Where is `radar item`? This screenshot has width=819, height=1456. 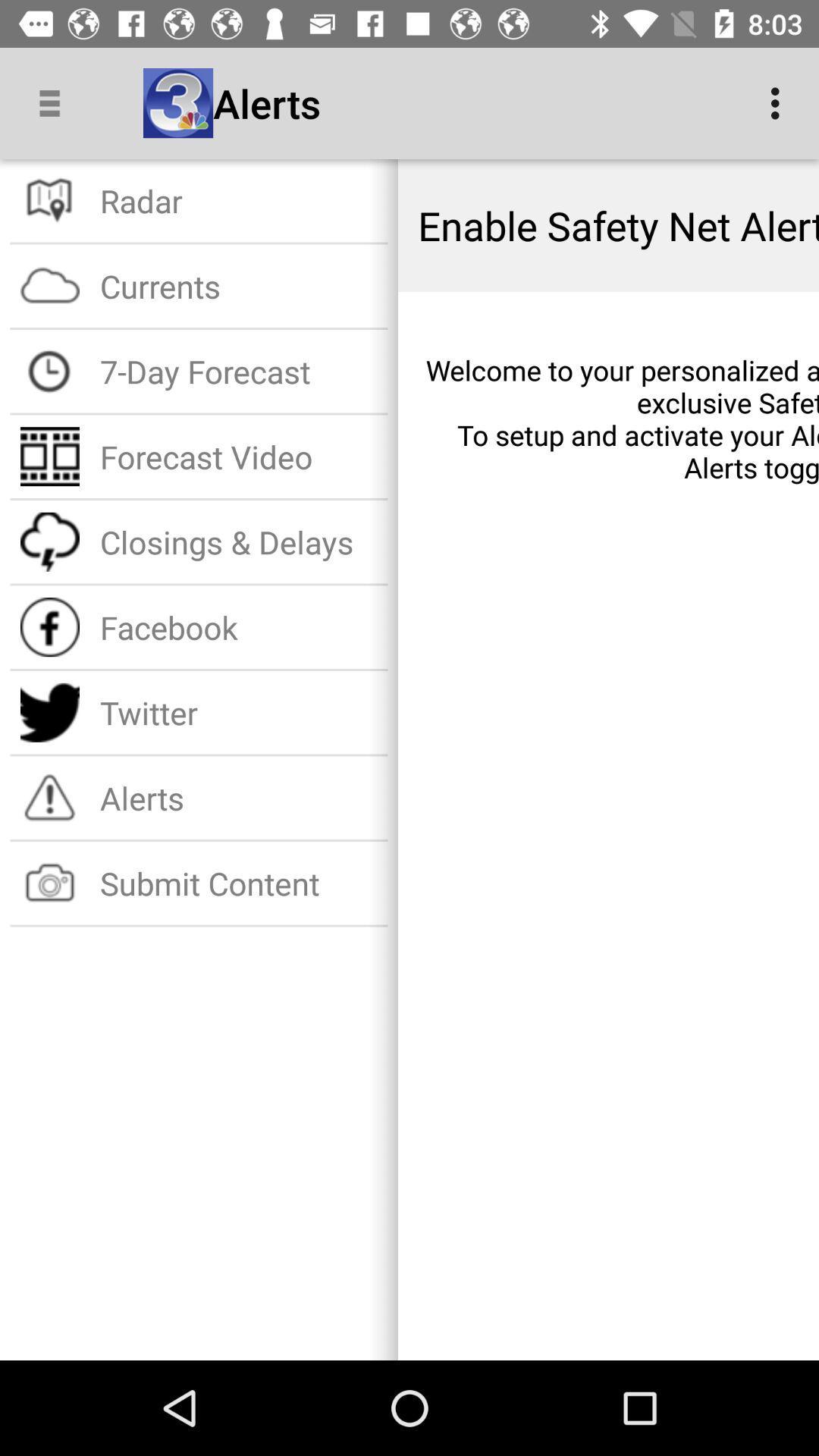
radar item is located at coordinates (239, 199).